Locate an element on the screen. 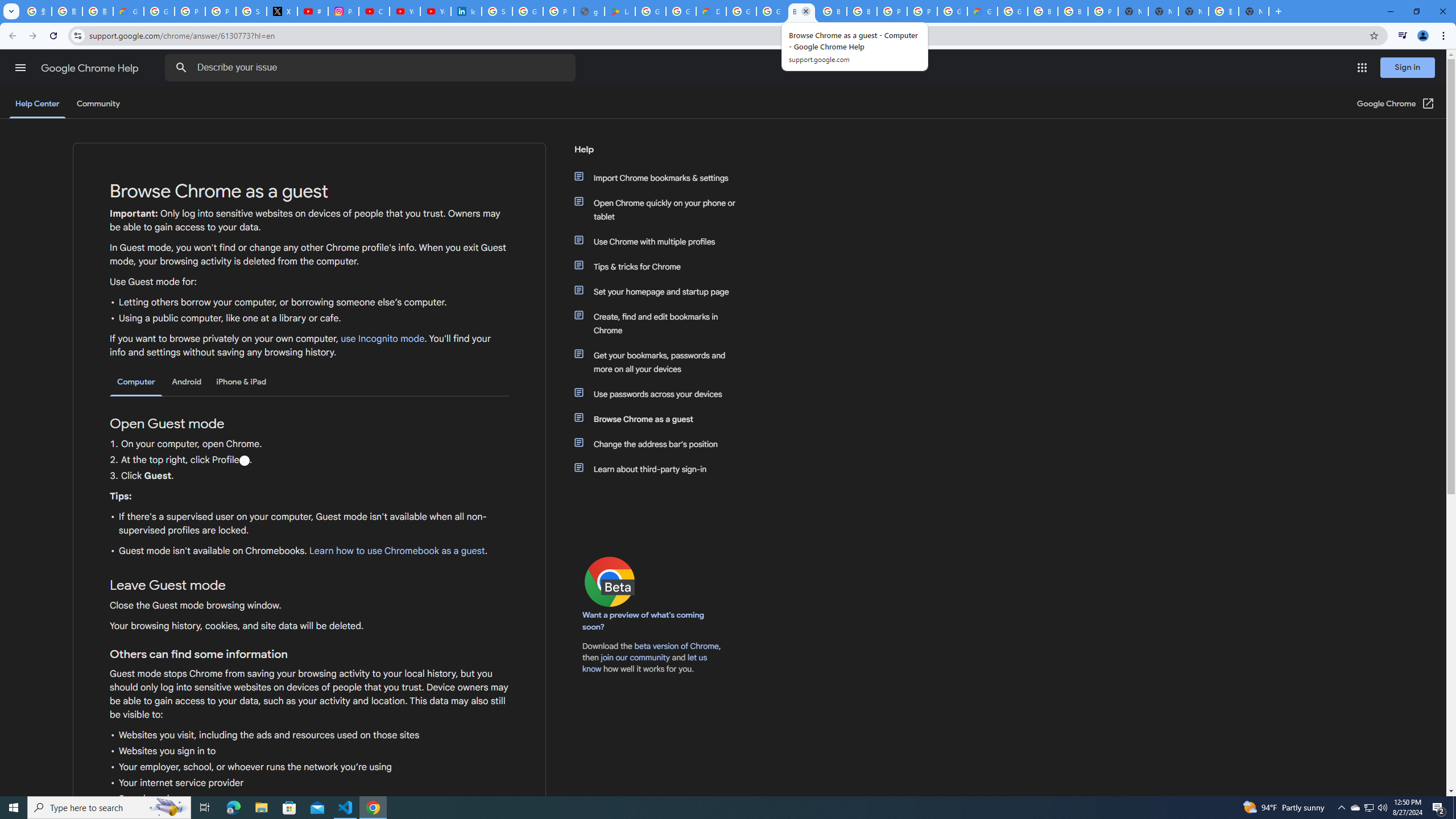 The width and height of the screenshot is (1456, 819). 'Chrome Beta logo' is located at coordinates (610, 581).